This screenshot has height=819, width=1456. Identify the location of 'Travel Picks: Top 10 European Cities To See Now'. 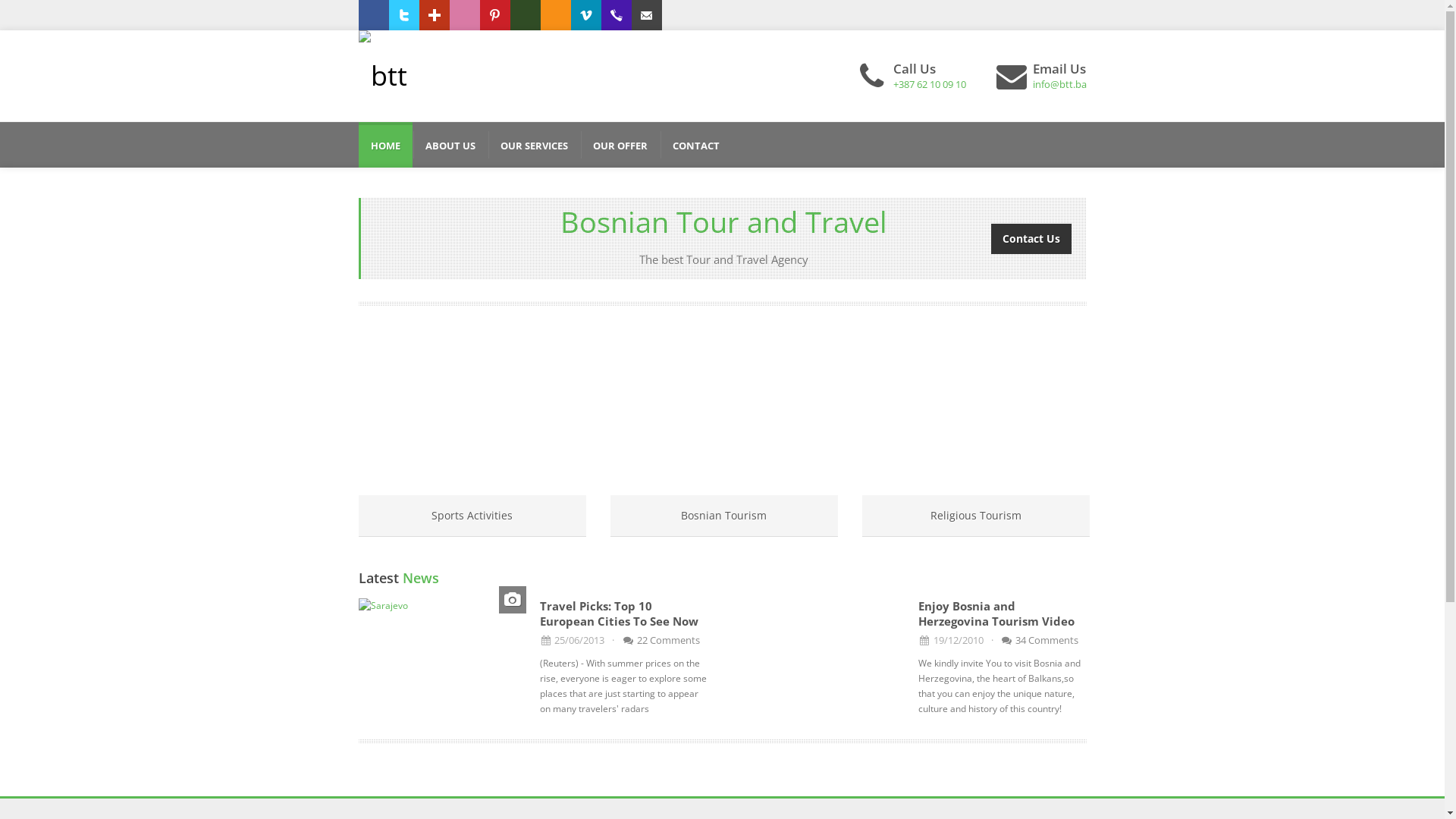
(619, 613).